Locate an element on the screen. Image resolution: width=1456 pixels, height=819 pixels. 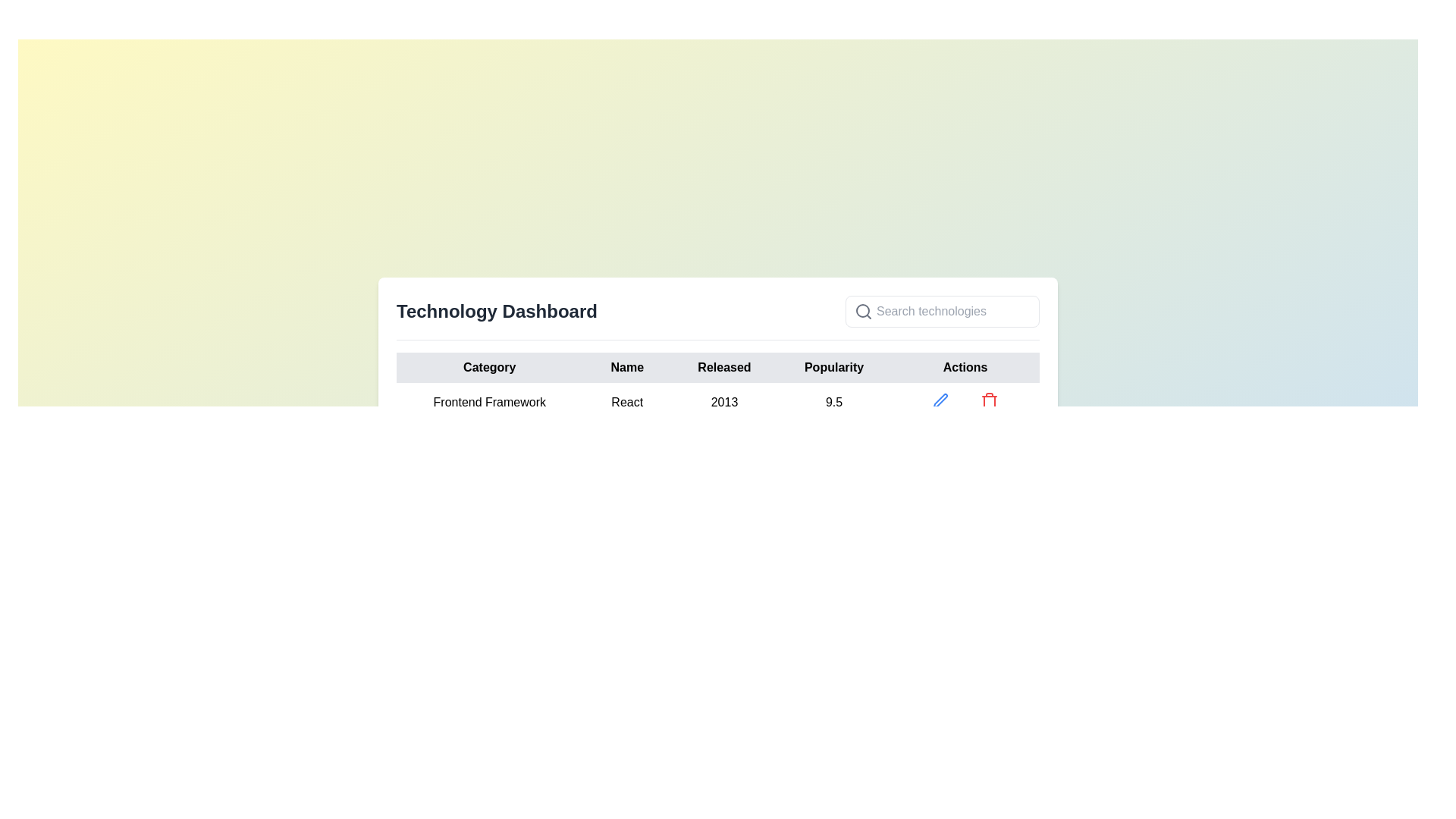
the search icon that signifies the search functionality, located at the leftmost side of the 'Search technologies' input field, vertically centered is located at coordinates (863, 311).